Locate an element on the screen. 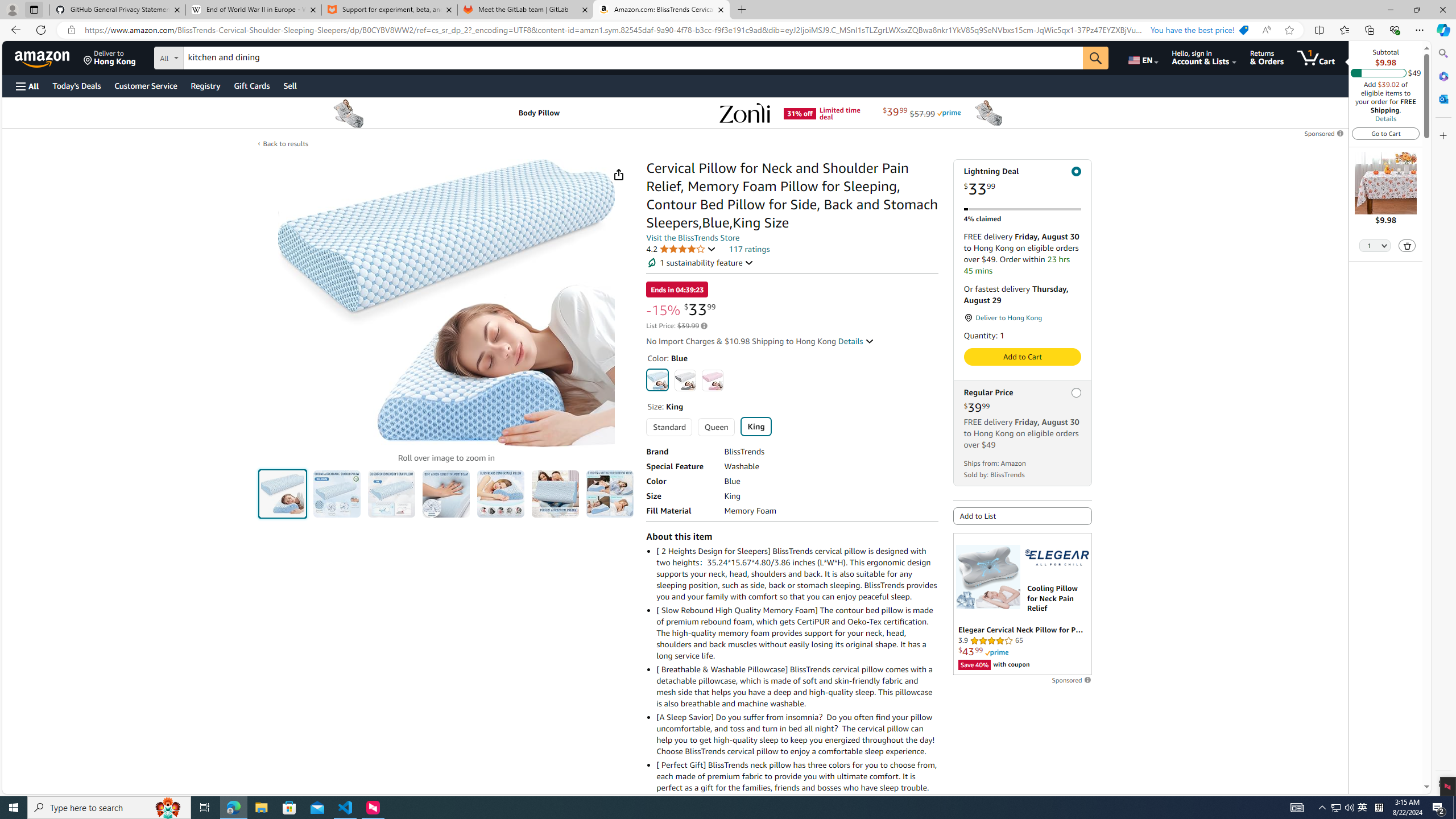 Image resolution: width=1456 pixels, height=819 pixels. 'Lightning Deal $33.99' is located at coordinates (1022, 181).